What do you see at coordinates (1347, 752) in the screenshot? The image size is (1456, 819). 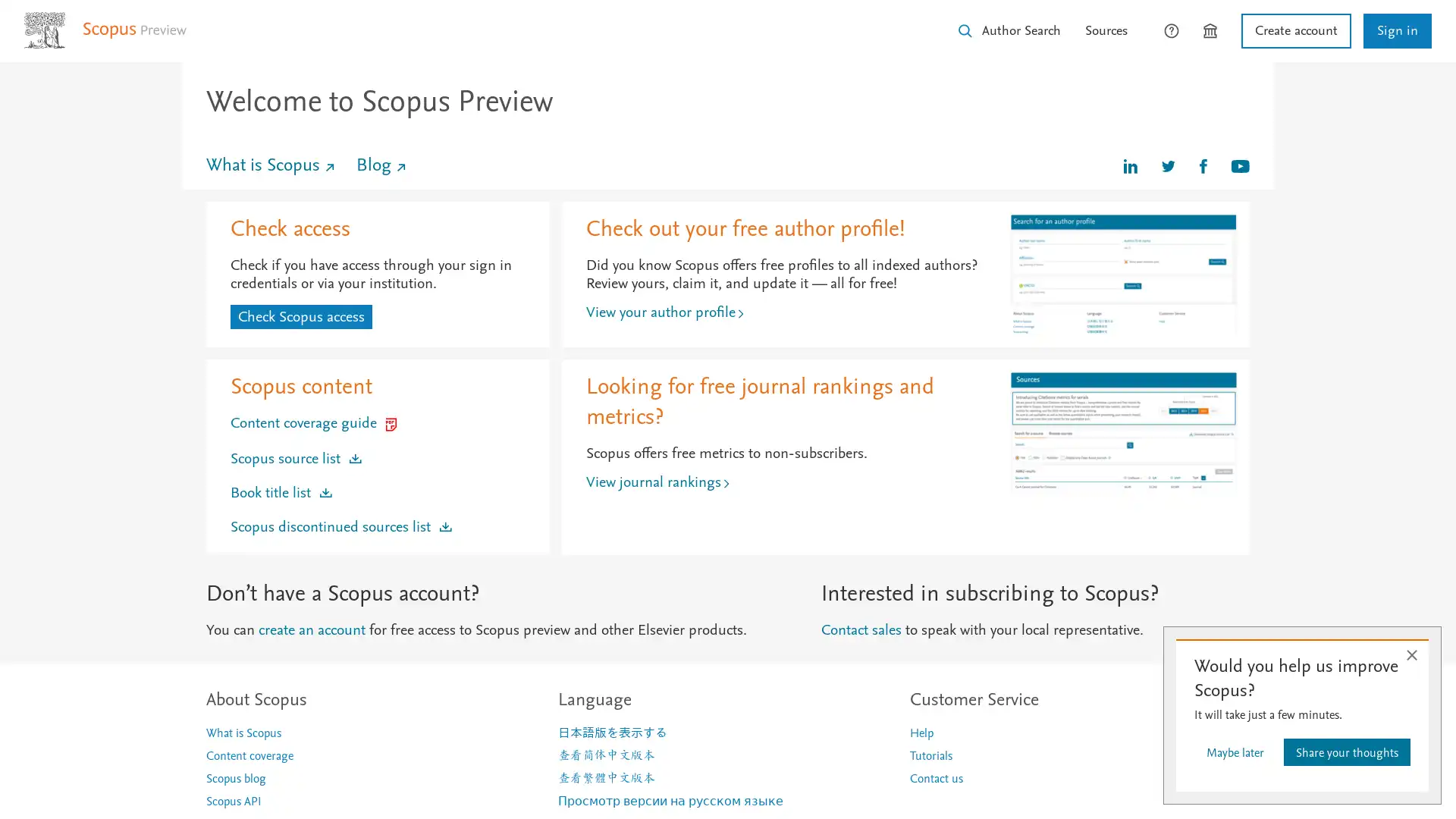 I see `Share your thoughts` at bounding box center [1347, 752].